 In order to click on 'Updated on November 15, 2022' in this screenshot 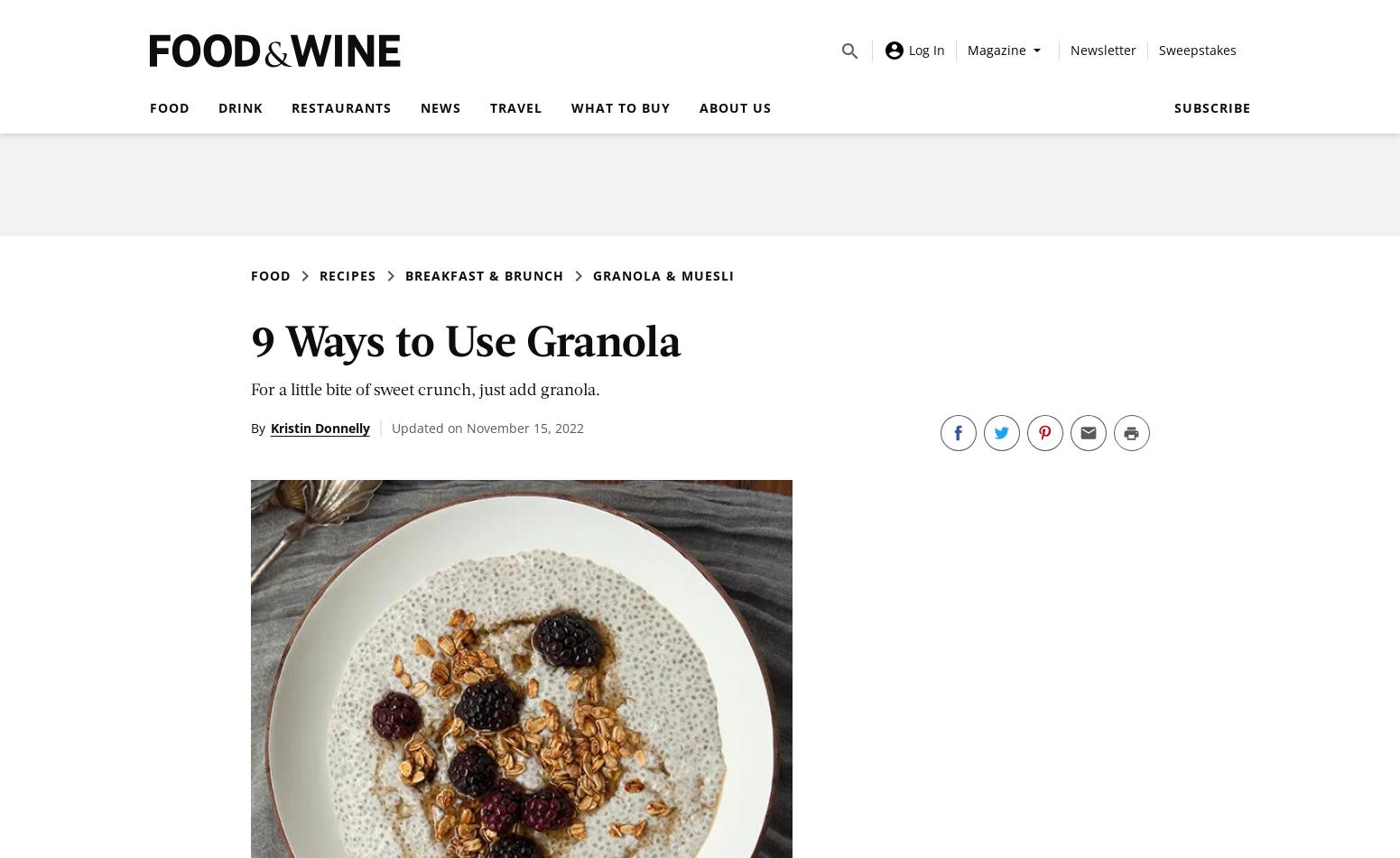, I will do `click(487, 428)`.